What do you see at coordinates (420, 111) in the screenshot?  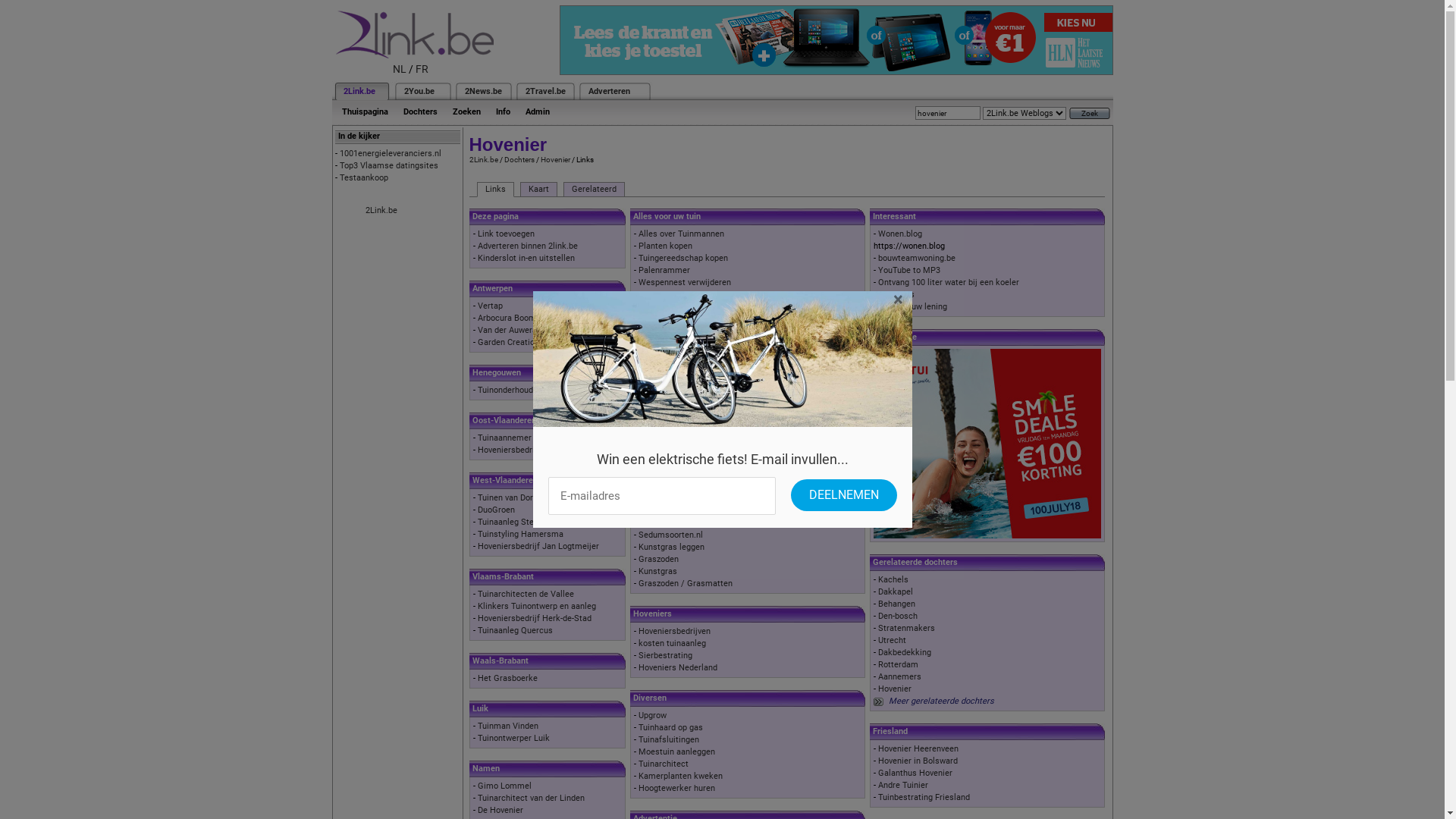 I see `'Dochters'` at bounding box center [420, 111].